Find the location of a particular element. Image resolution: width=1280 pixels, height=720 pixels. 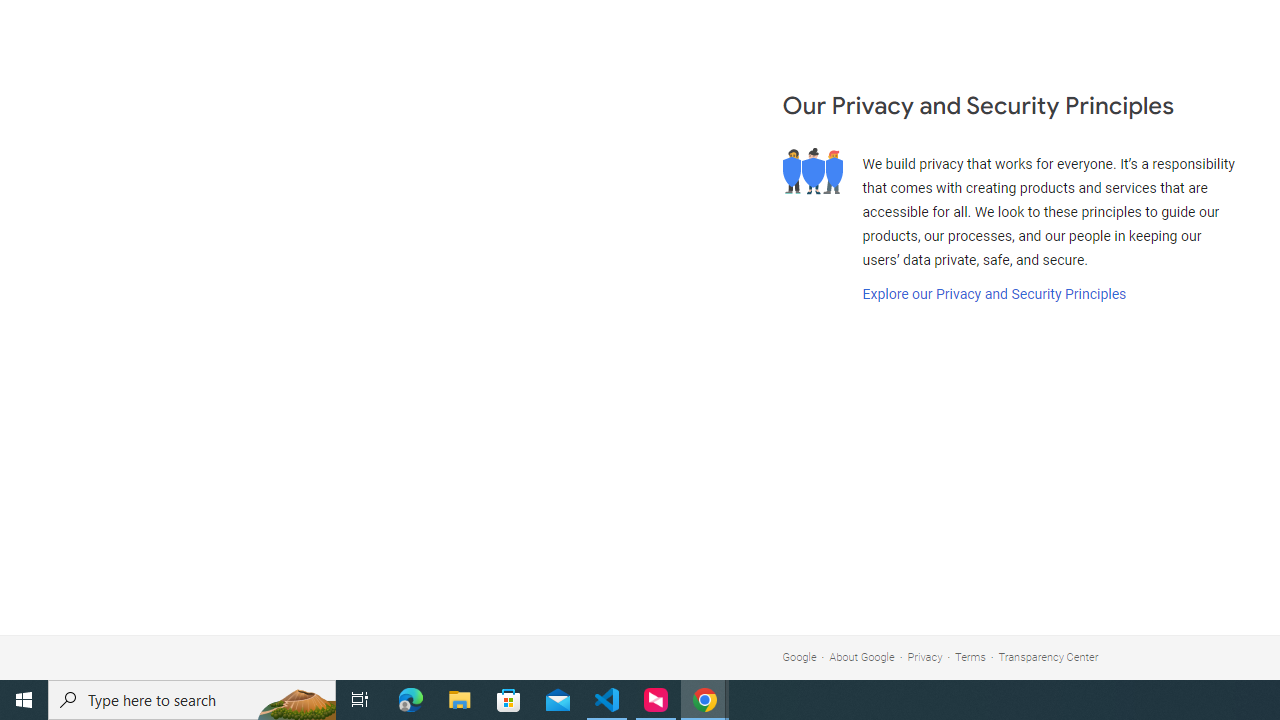

'Google' is located at coordinates (798, 657).